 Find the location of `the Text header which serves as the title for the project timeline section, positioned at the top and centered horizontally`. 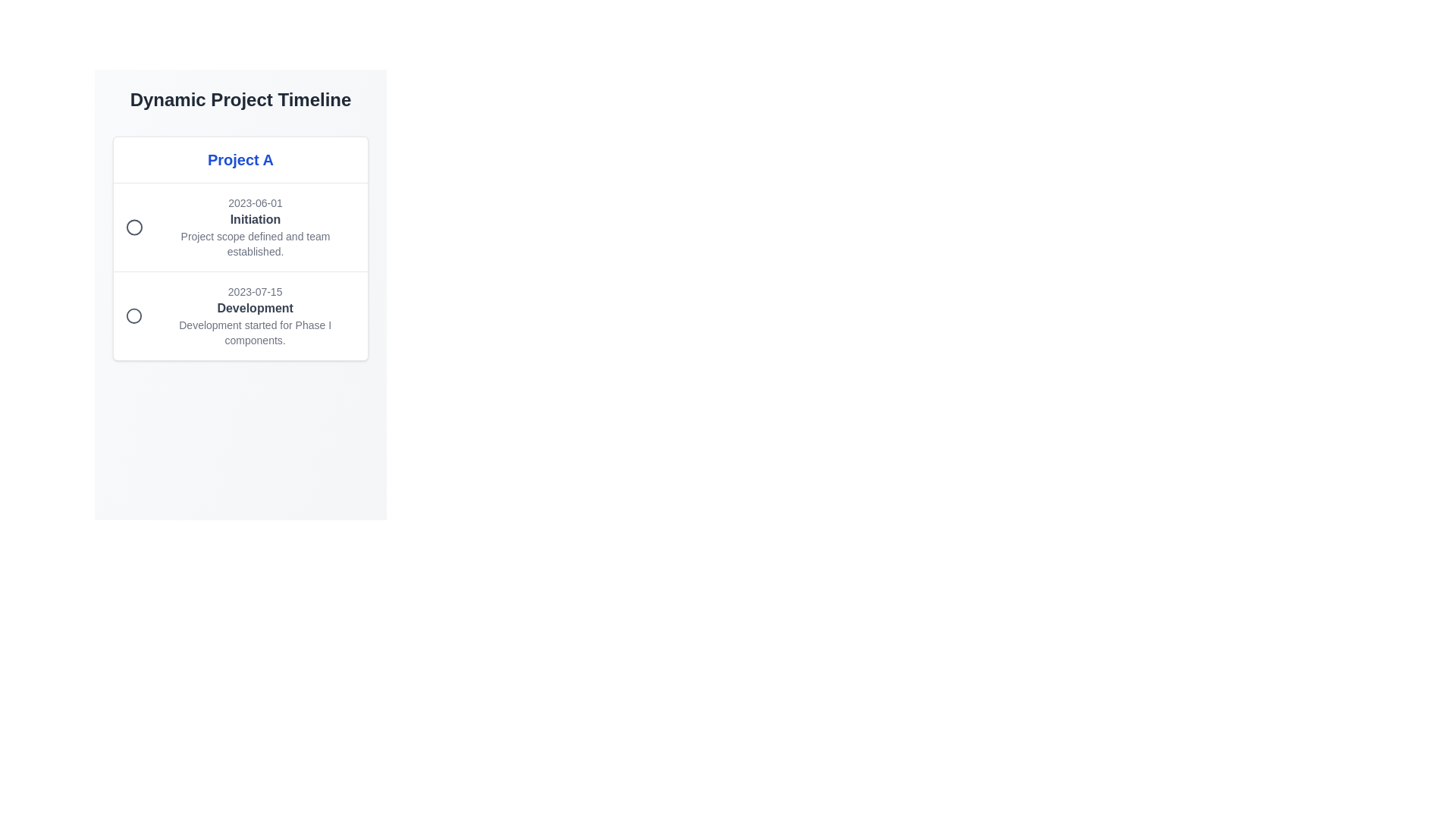

the Text header which serves as the title for the project timeline section, positioned at the top and centered horizontally is located at coordinates (240, 160).